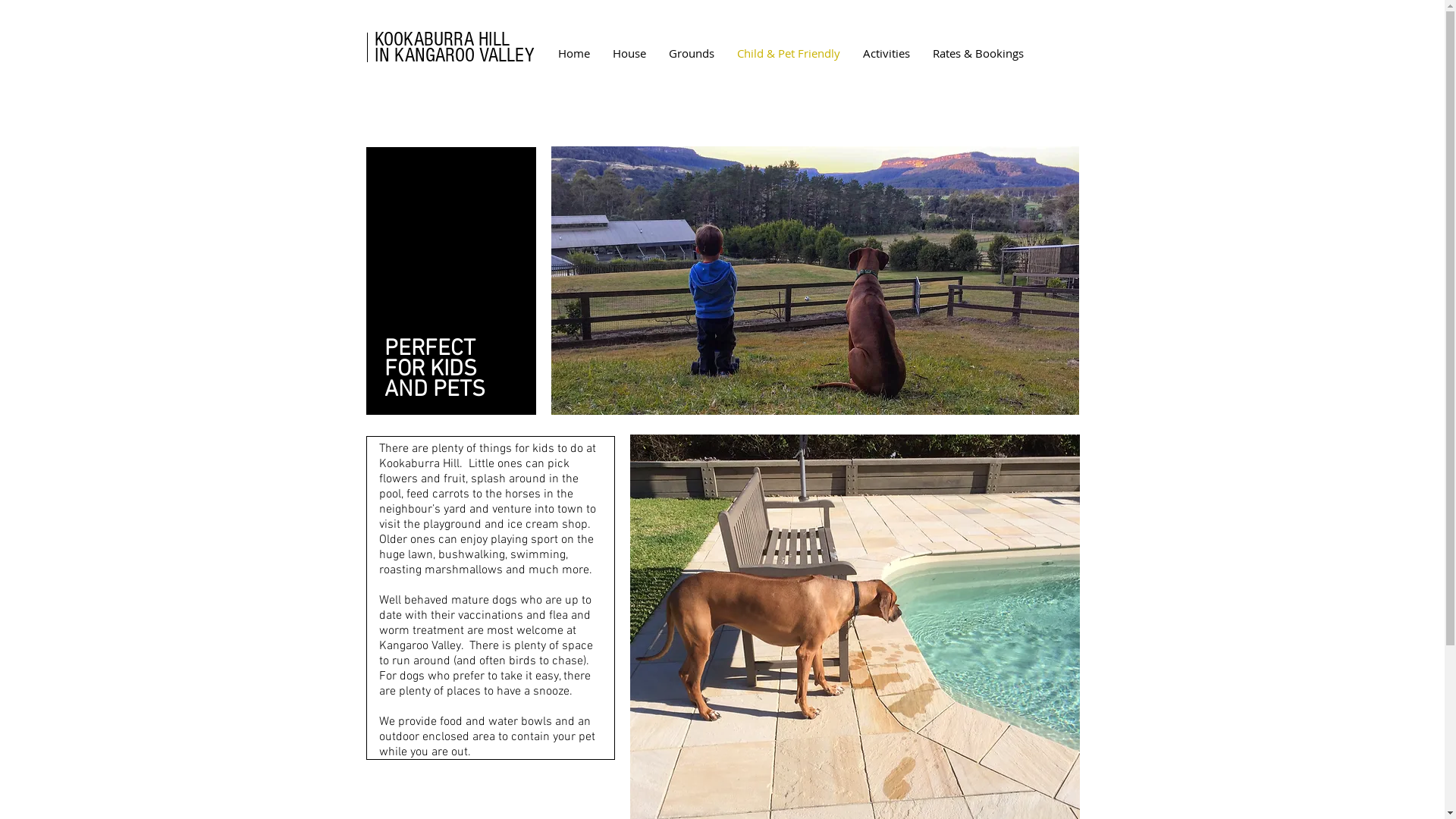 The width and height of the screenshot is (1456, 819). Describe the element at coordinates (690, 52) in the screenshot. I see `'Grounds'` at that location.